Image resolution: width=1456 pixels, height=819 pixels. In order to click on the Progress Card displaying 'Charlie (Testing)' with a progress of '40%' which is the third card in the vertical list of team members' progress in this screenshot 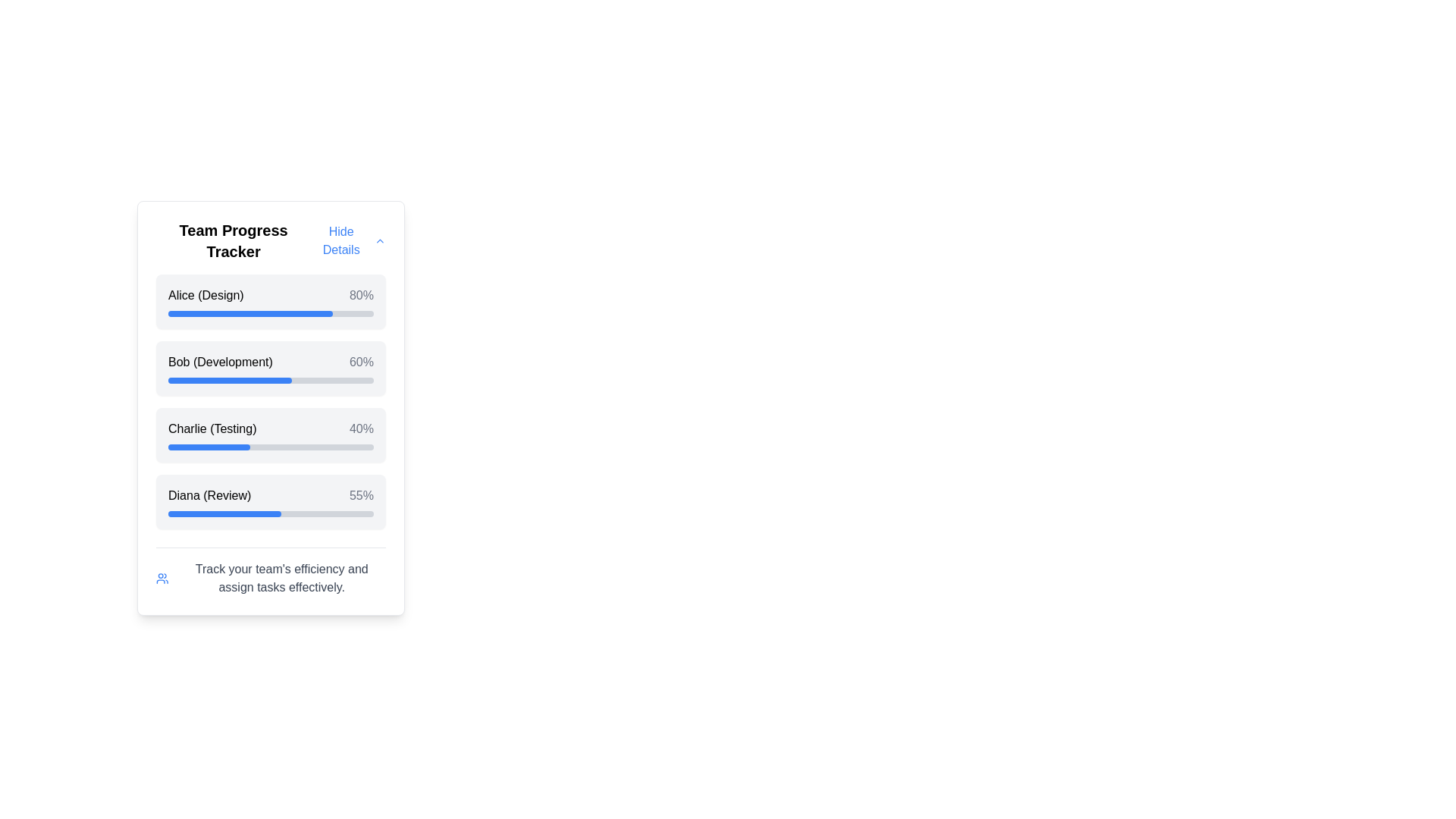, I will do `click(271, 435)`.